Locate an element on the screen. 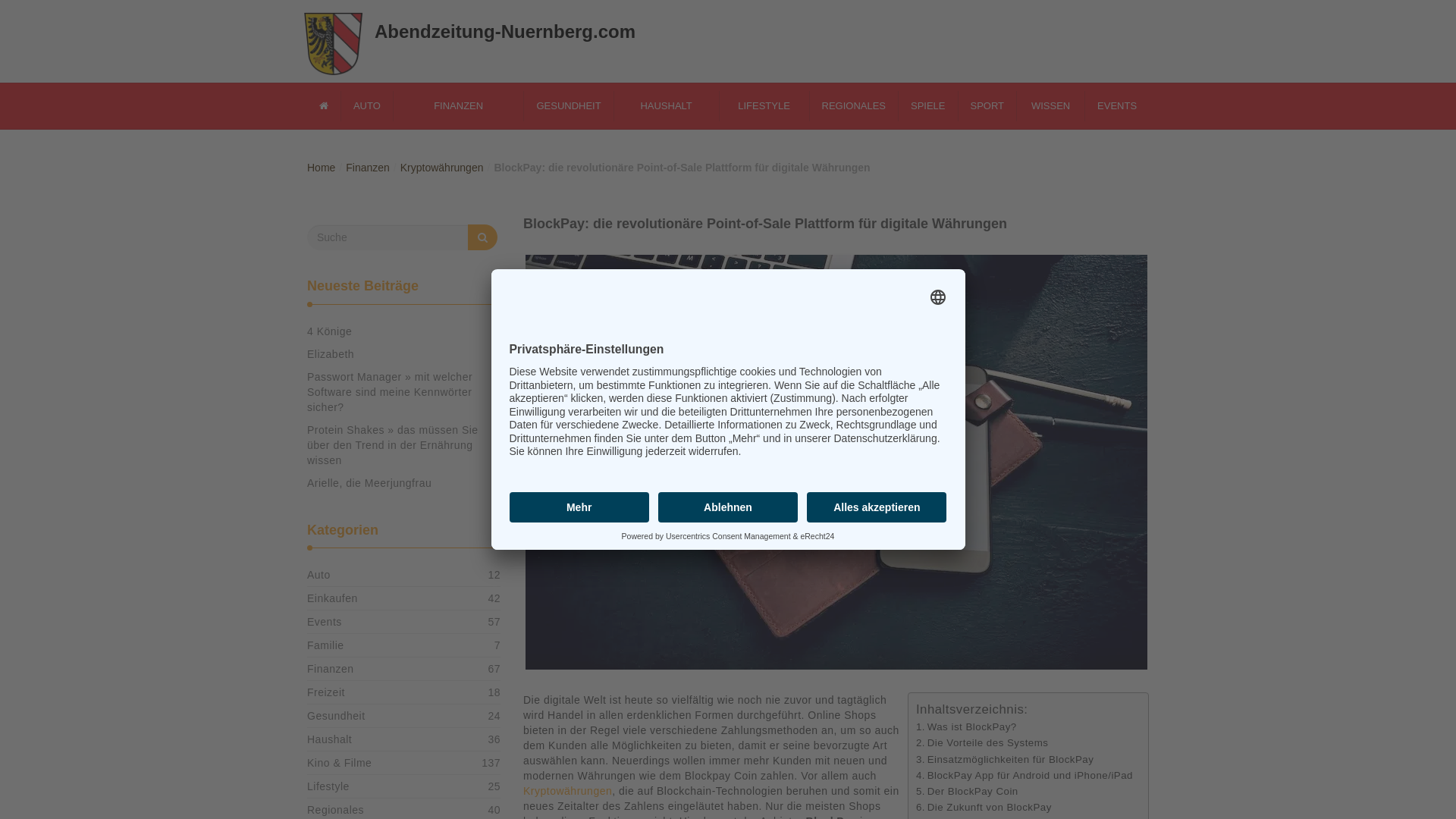  'WISSEN' is located at coordinates (1012, 105).